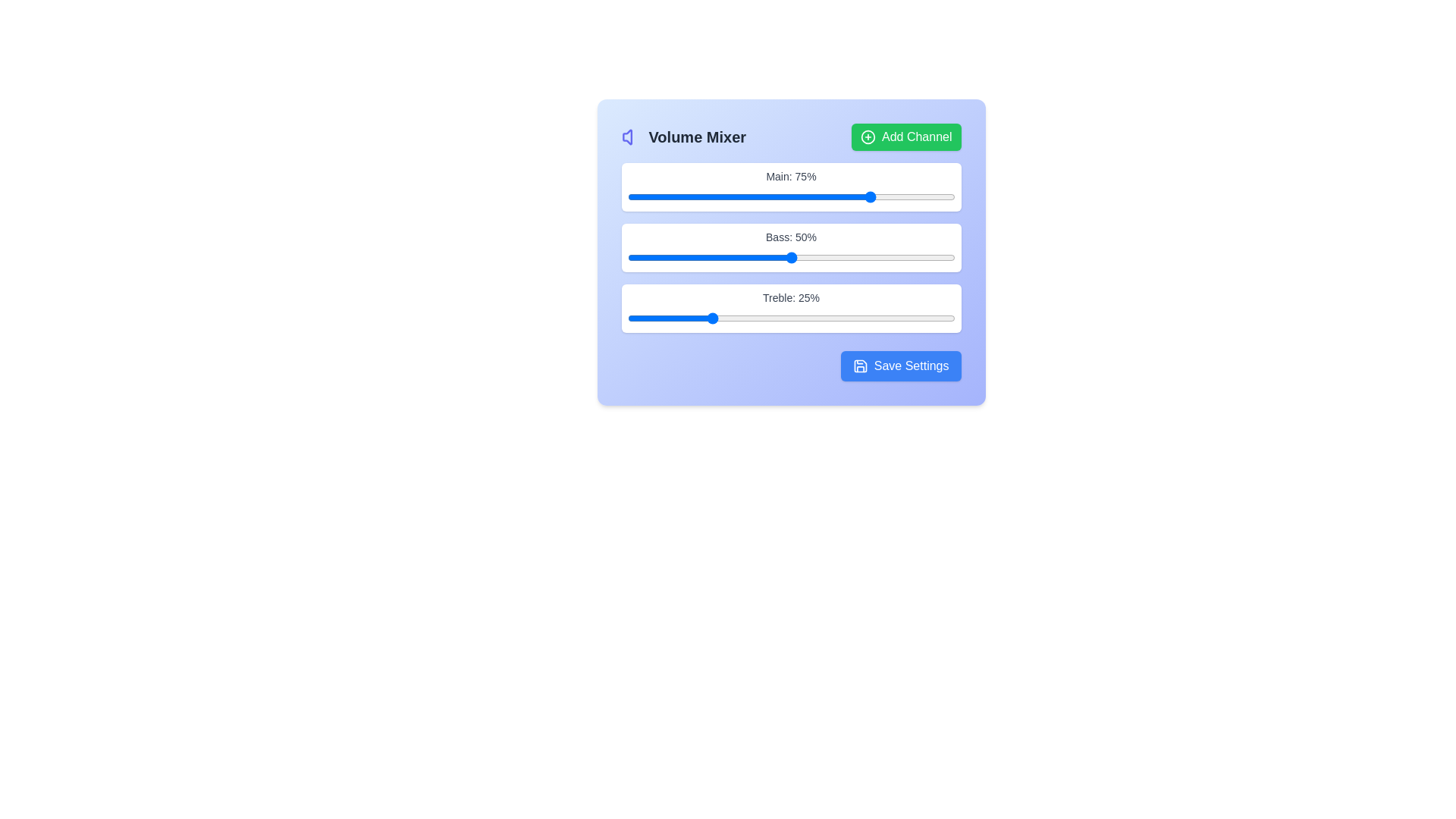  I want to click on the treble level, so click(820, 318).